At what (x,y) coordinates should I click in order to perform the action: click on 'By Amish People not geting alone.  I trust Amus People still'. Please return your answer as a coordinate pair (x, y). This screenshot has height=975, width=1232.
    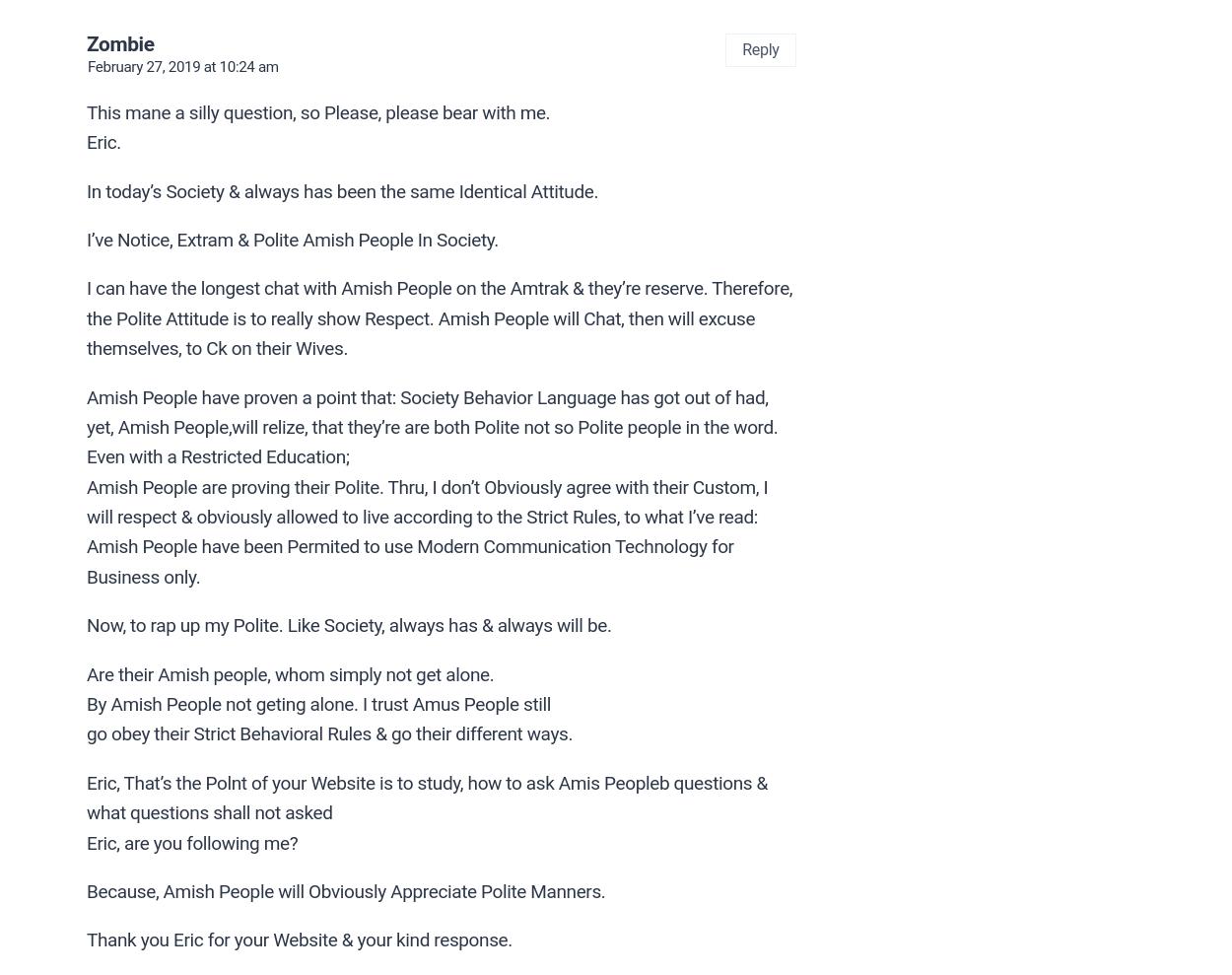
    Looking at the image, I should click on (317, 703).